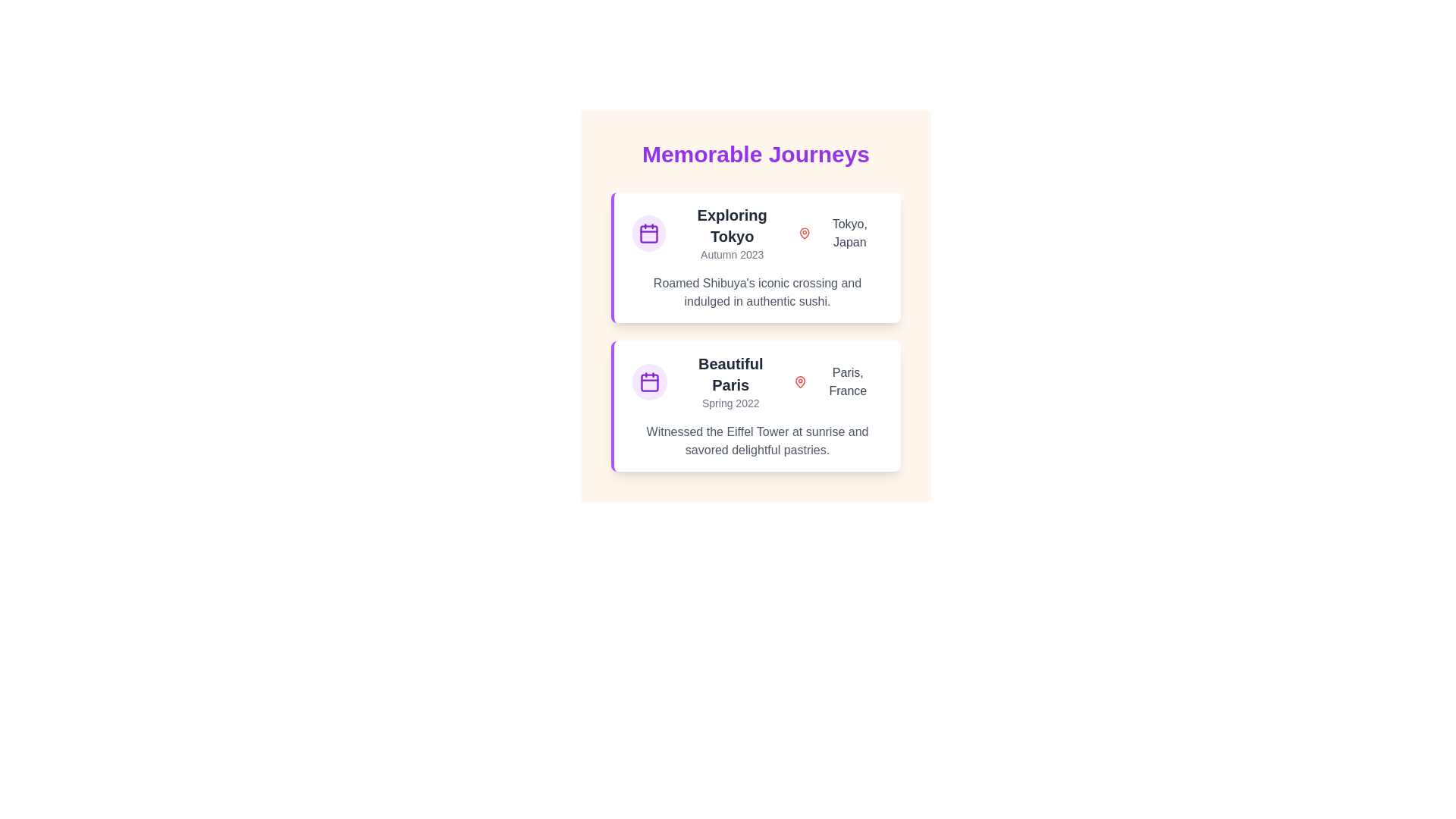 The image size is (1456, 819). Describe the element at coordinates (847, 381) in the screenshot. I see `text content of the label displaying 'Paris, France' which is located in the second card of the 'Memorable Journeys' list, aligned to the right and next to a red pin icon` at that location.